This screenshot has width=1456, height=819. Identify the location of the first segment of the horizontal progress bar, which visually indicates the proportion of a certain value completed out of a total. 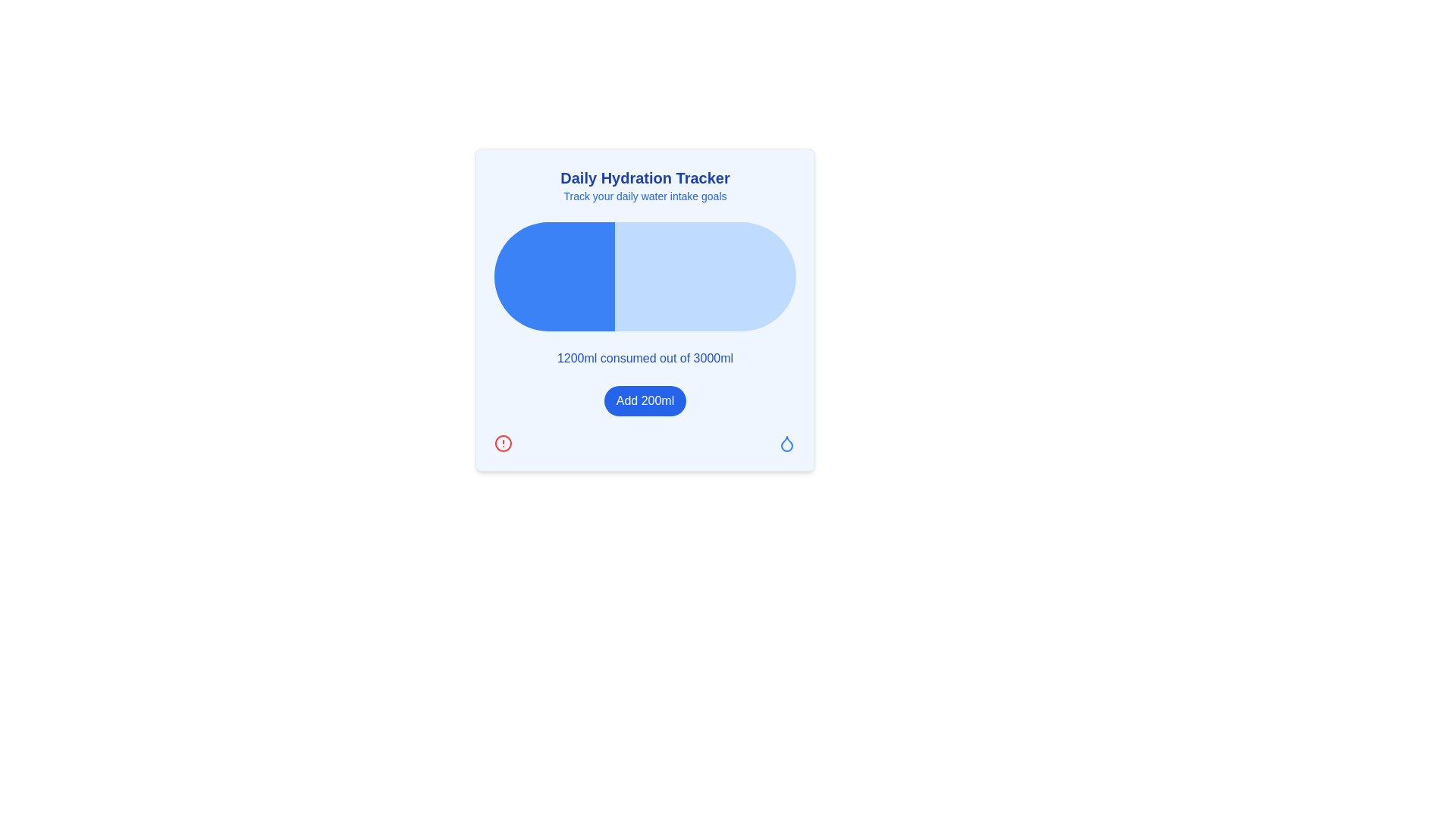
(554, 277).